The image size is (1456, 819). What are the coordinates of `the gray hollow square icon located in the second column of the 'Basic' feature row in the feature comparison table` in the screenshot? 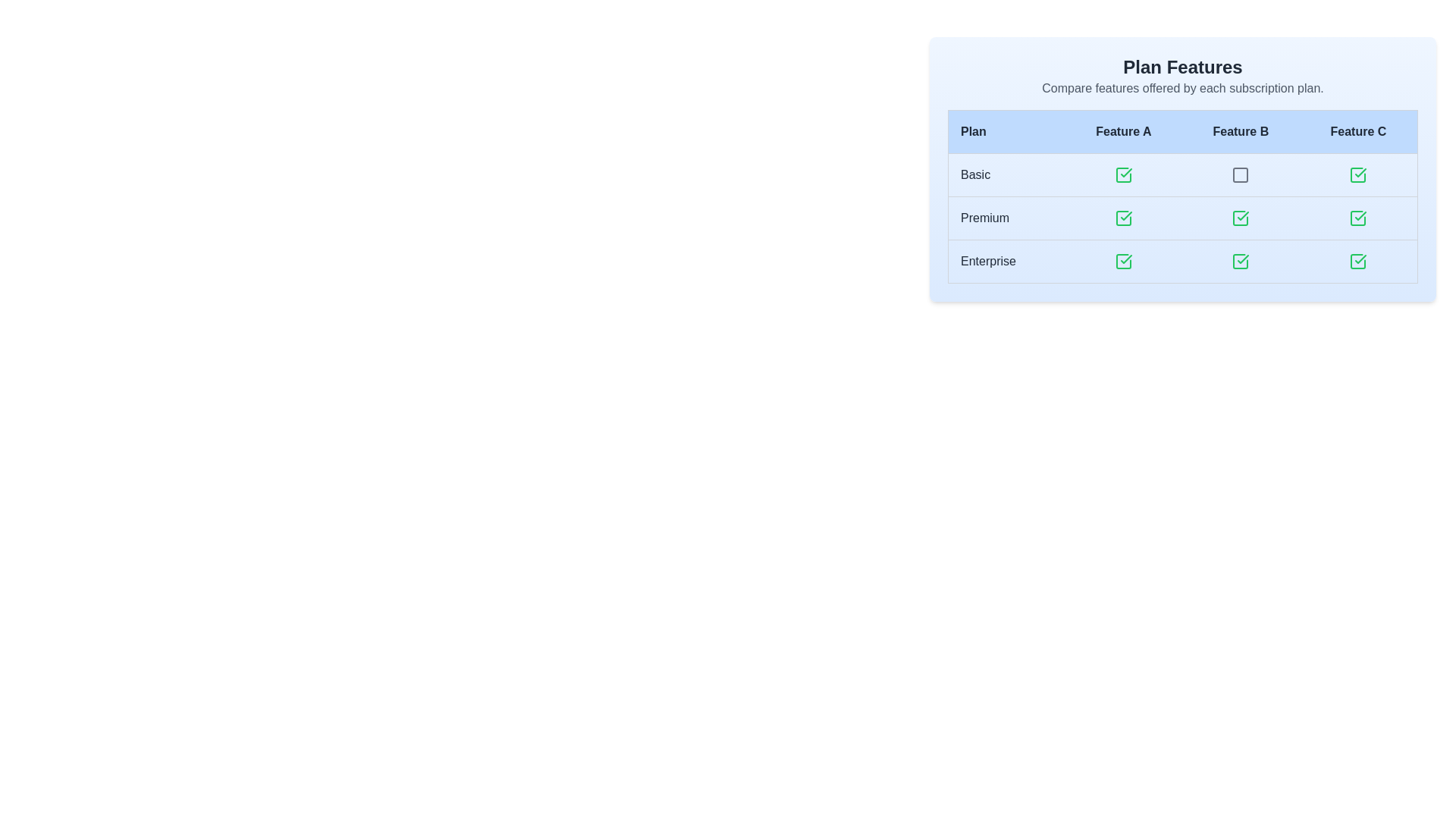 It's located at (1241, 174).